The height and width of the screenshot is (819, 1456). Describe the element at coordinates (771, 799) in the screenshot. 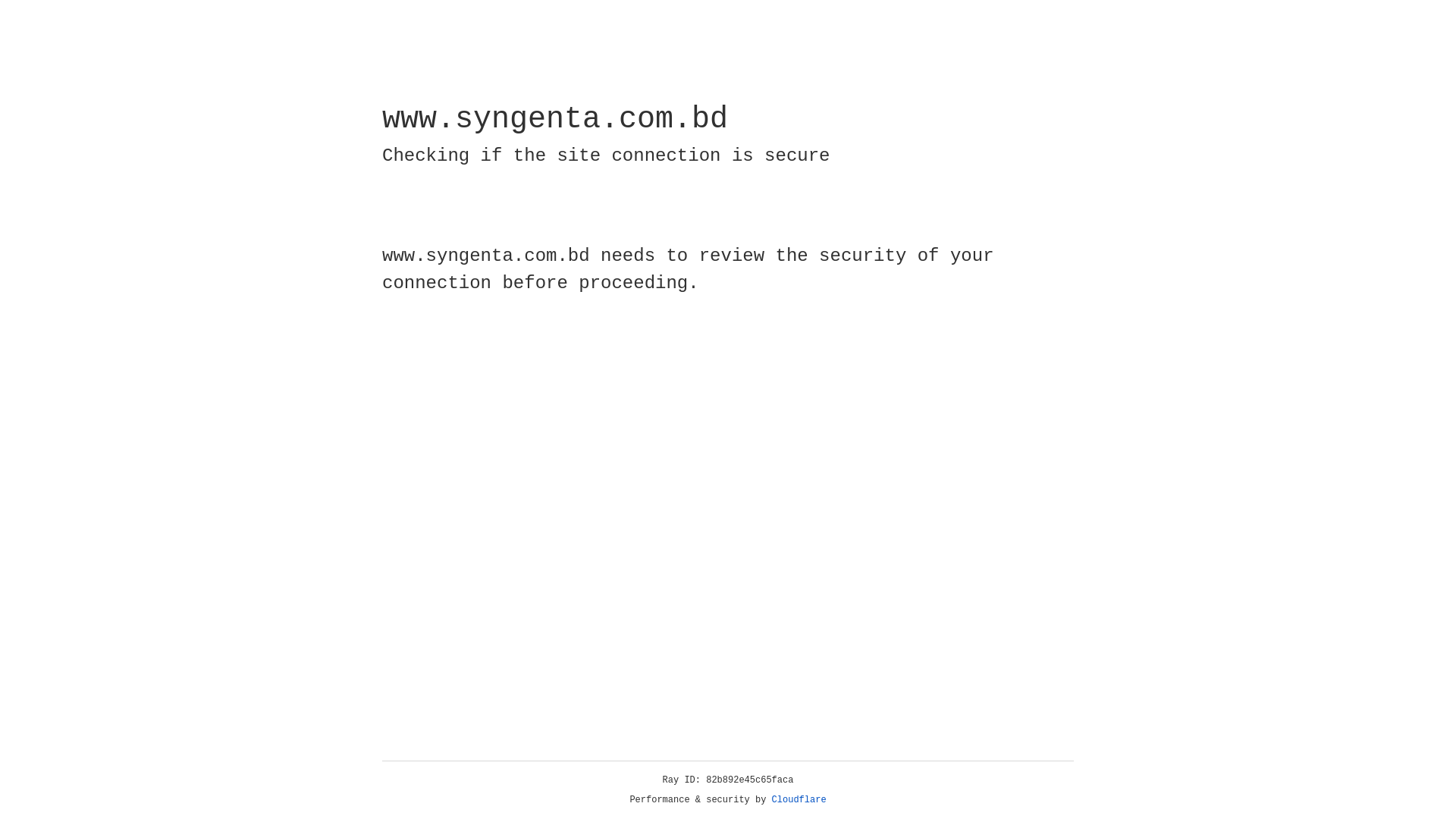

I see `'Cloudflare'` at that location.